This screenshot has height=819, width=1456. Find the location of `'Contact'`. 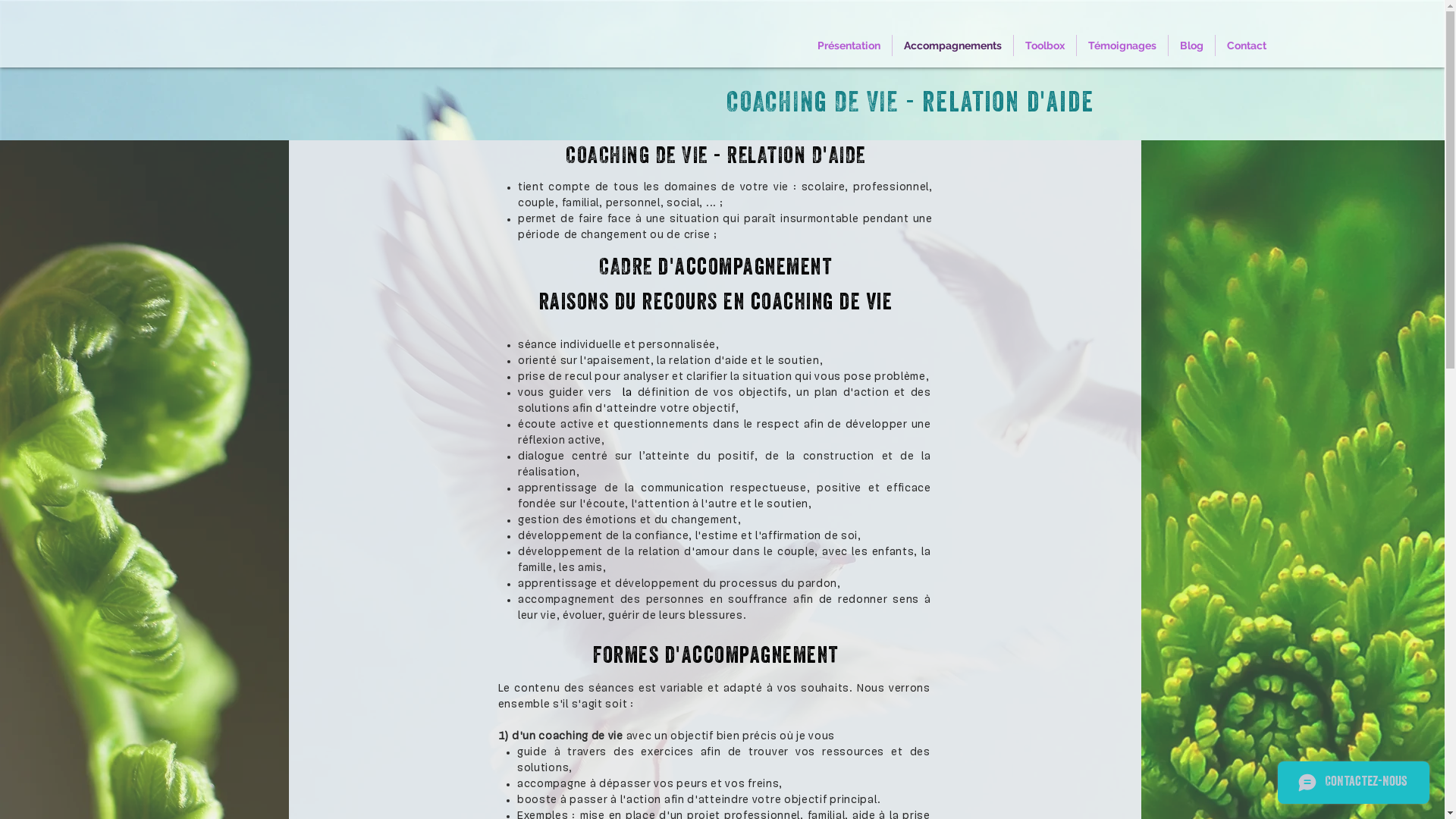

'Contact' is located at coordinates (1246, 45).